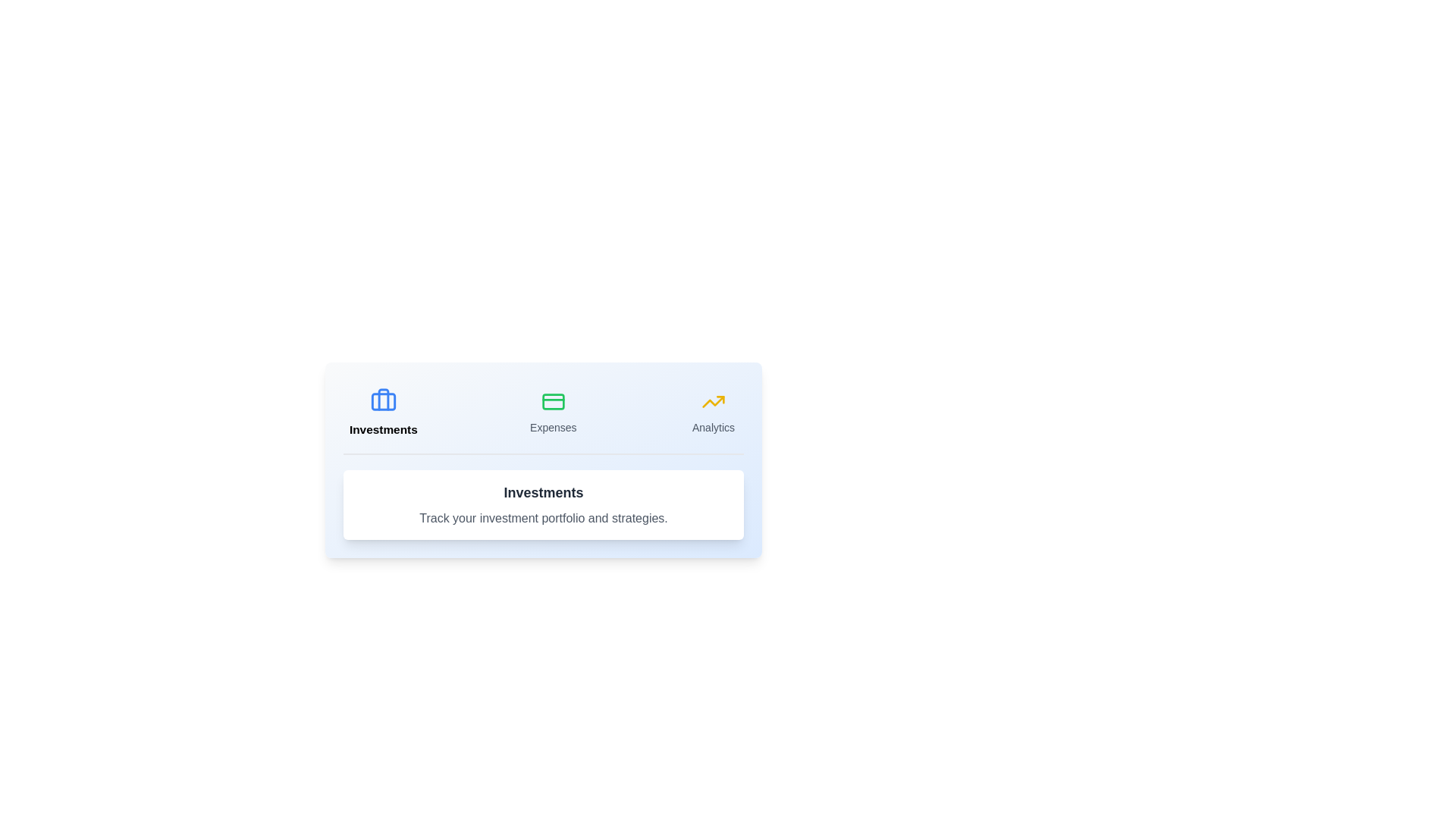  What do you see at coordinates (383, 412) in the screenshot?
I see `the Investments tab to view its content` at bounding box center [383, 412].